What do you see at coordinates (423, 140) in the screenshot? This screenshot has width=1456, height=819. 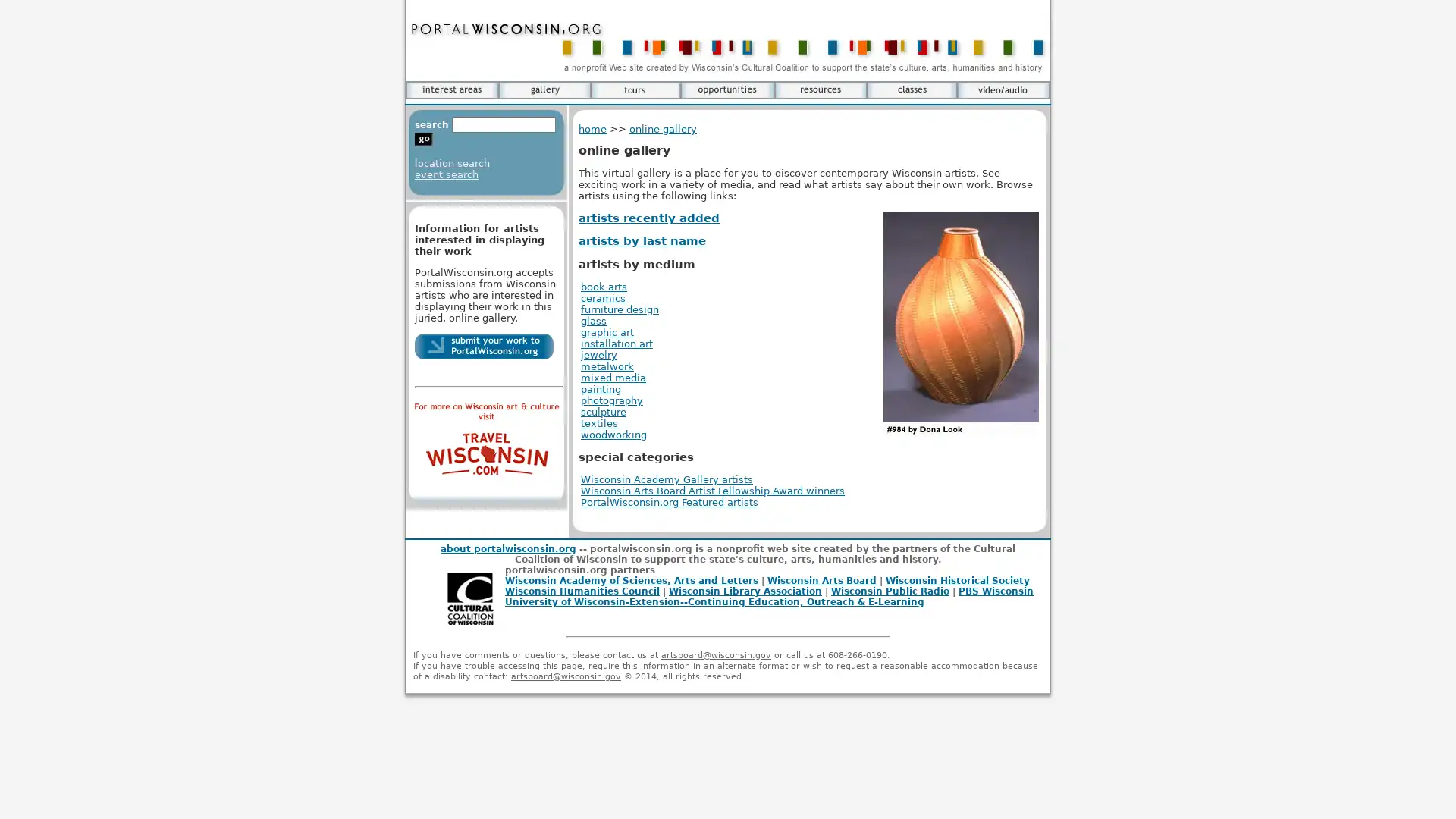 I see `go` at bounding box center [423, 140].